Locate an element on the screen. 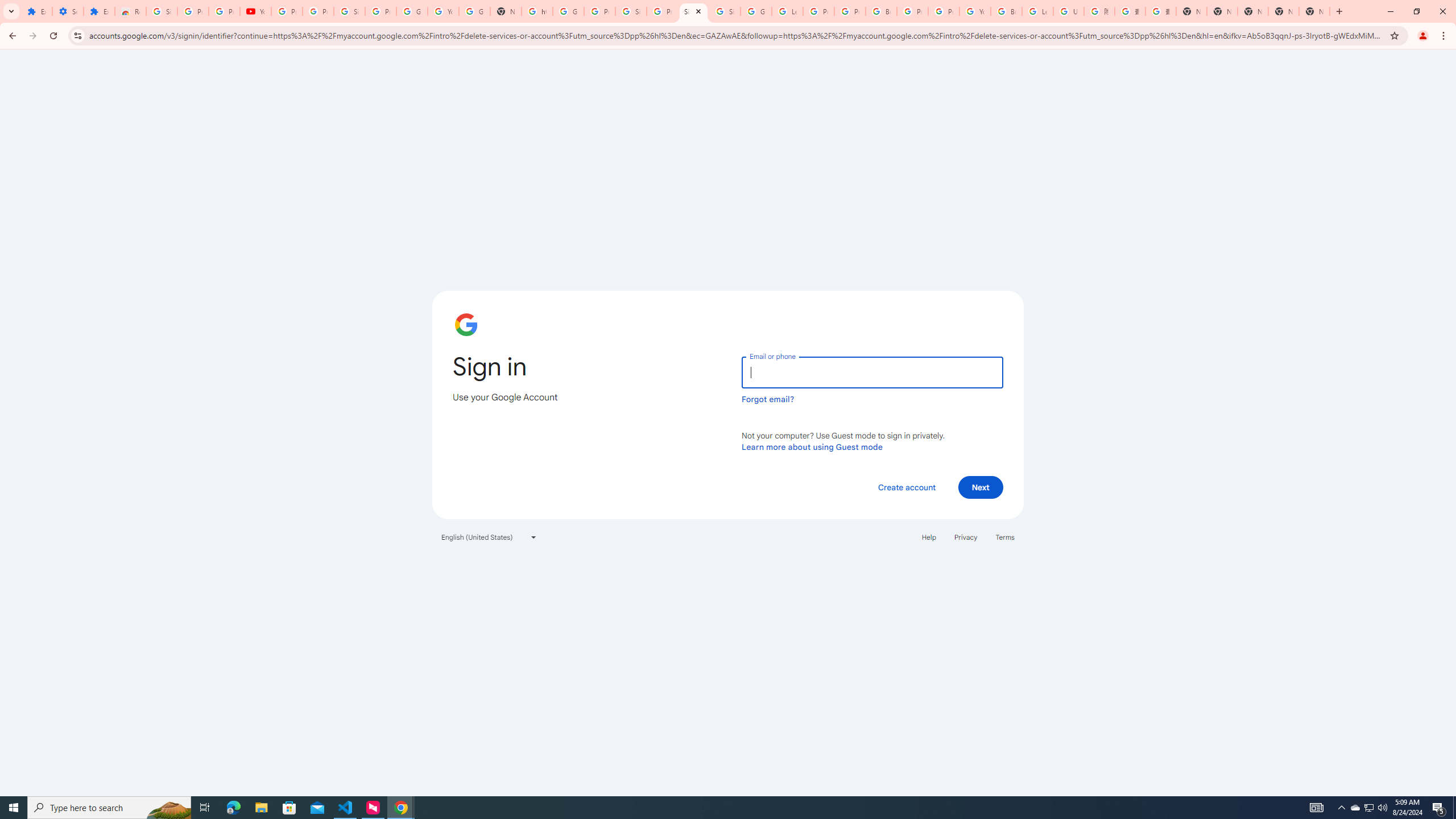  'Email or phone' is located at coordinates (871, 372).